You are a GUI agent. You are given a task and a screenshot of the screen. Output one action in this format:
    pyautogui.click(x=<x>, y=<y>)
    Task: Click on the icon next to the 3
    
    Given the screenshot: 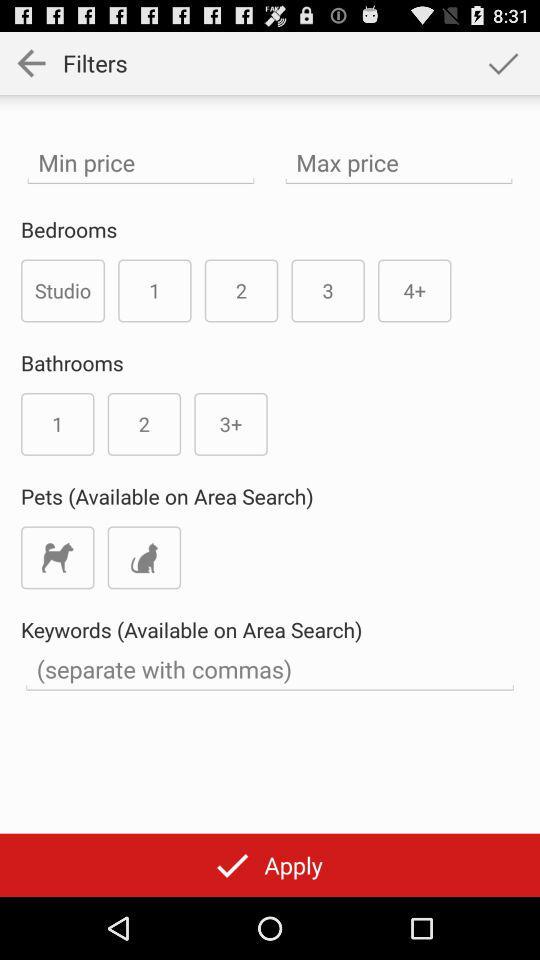 What is the action you would take?
    pyautogui.click(x=413, y=289)
    